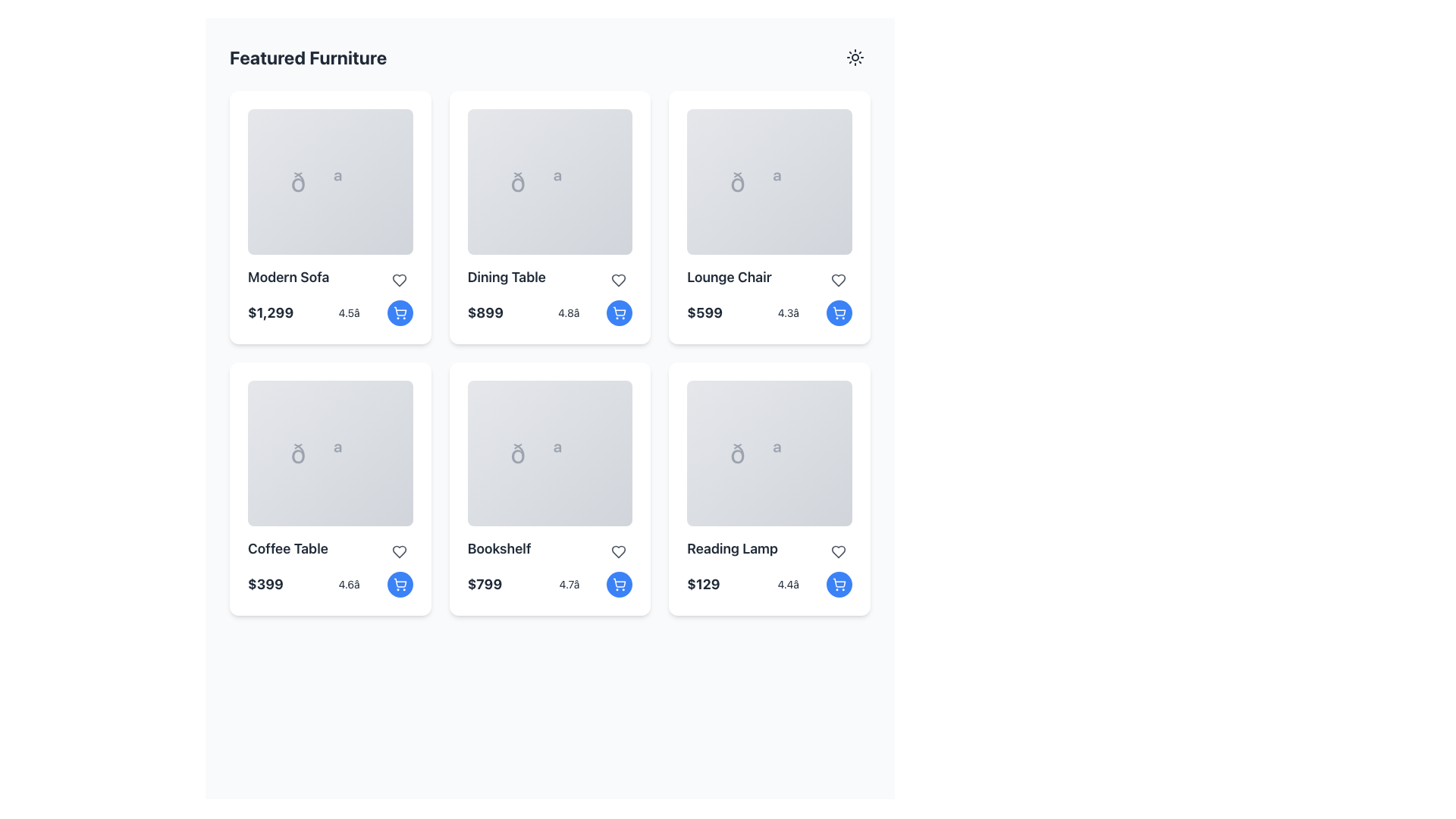  Describe the element at coordinates (729, 278) in the screenshot. I see `the static text label displaying 'Lounge Chair' located in the third product card of the top row in a grid layout` at that location.